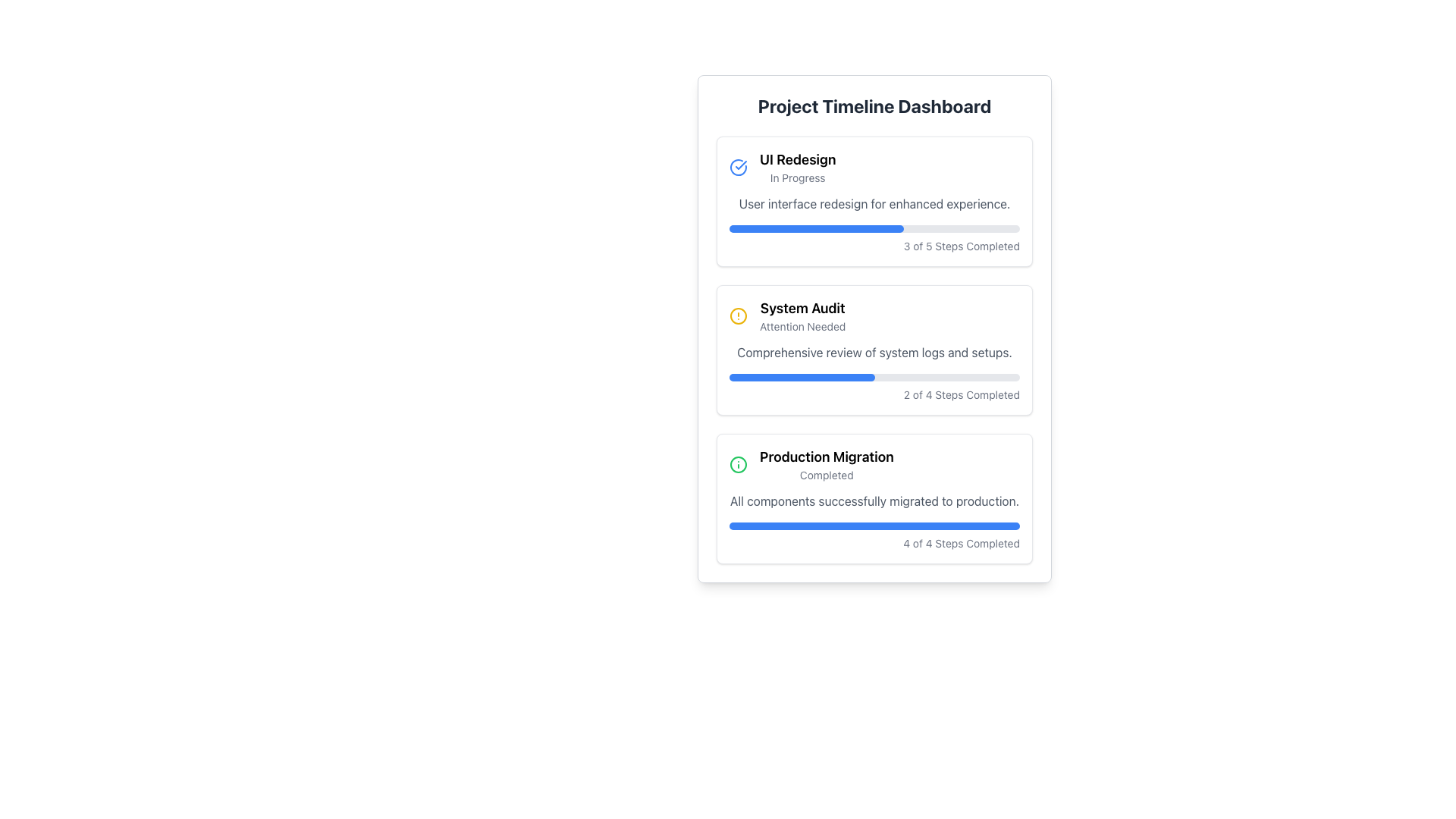 The width and height of the screenshot is (1456, 819). What do you see at coordinates (815, 228) in the screenshot?
I see `the progress bar indicating 60% completion located below the 'UI Redesign' header and above the step count text in the first activity card` at bounding box center [815, 228].